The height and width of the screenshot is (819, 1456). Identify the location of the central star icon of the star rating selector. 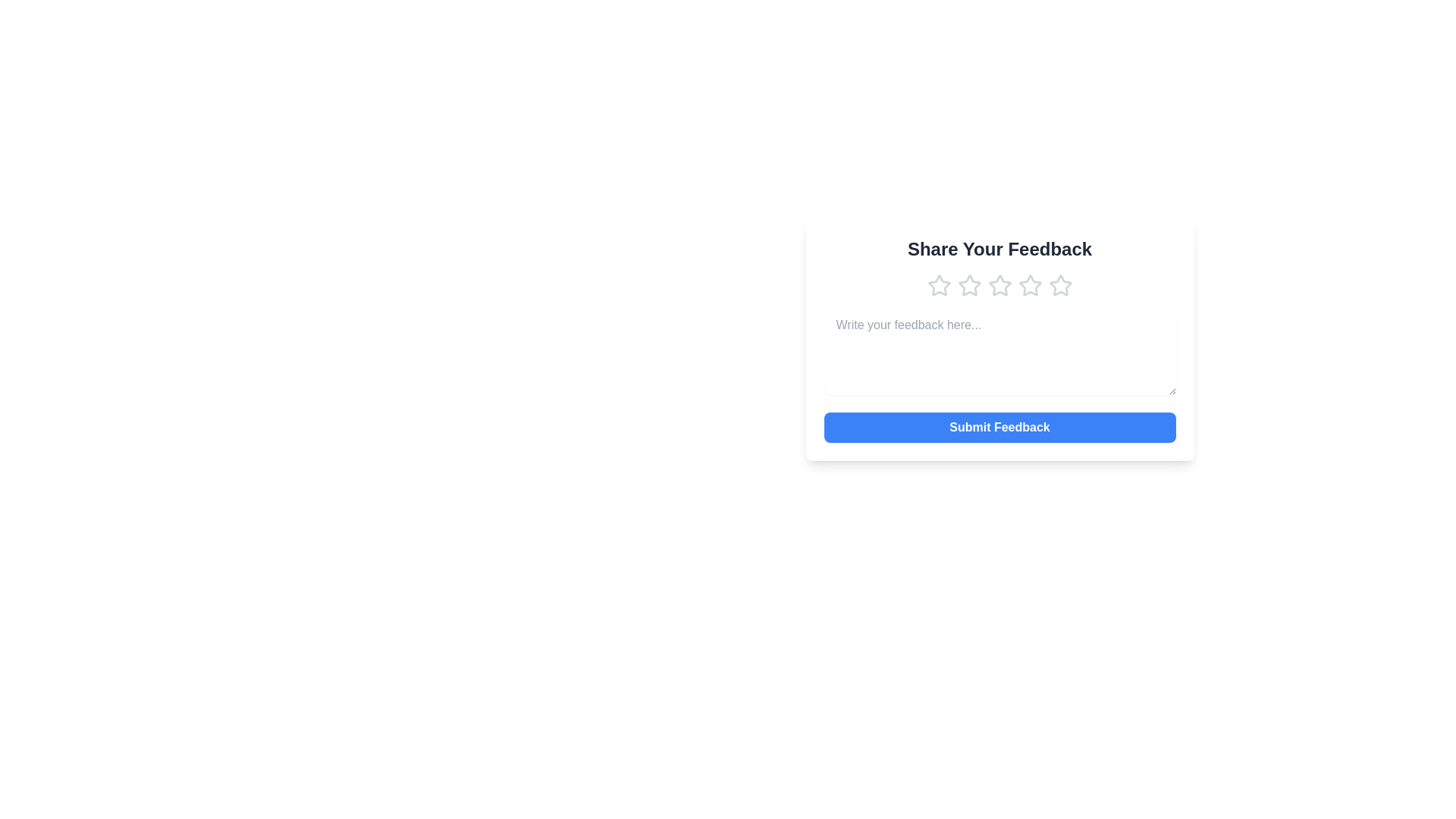
(999, 286).